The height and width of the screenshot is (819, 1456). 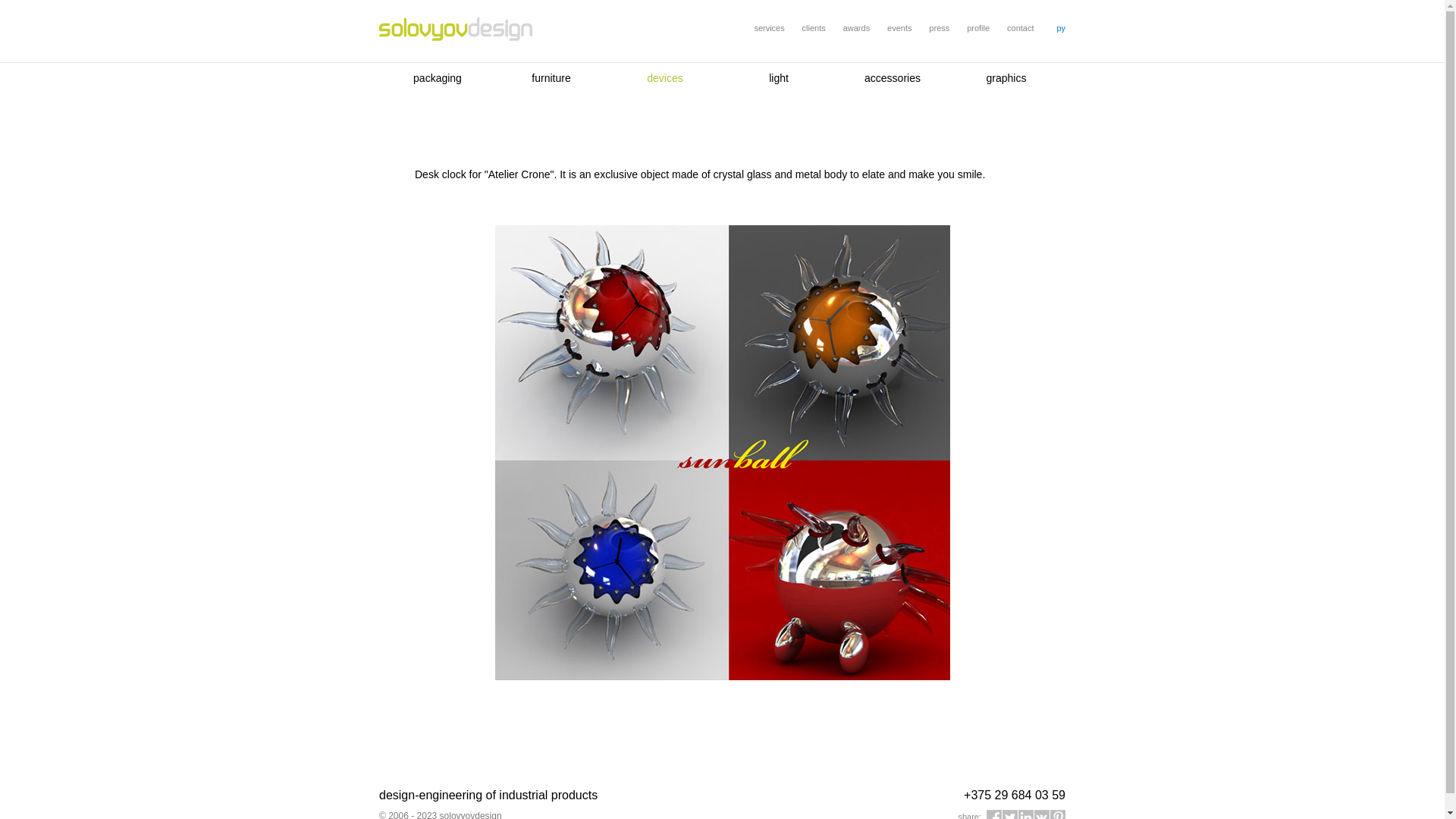 I want to click on 'clients', so click(x=801, y=28).